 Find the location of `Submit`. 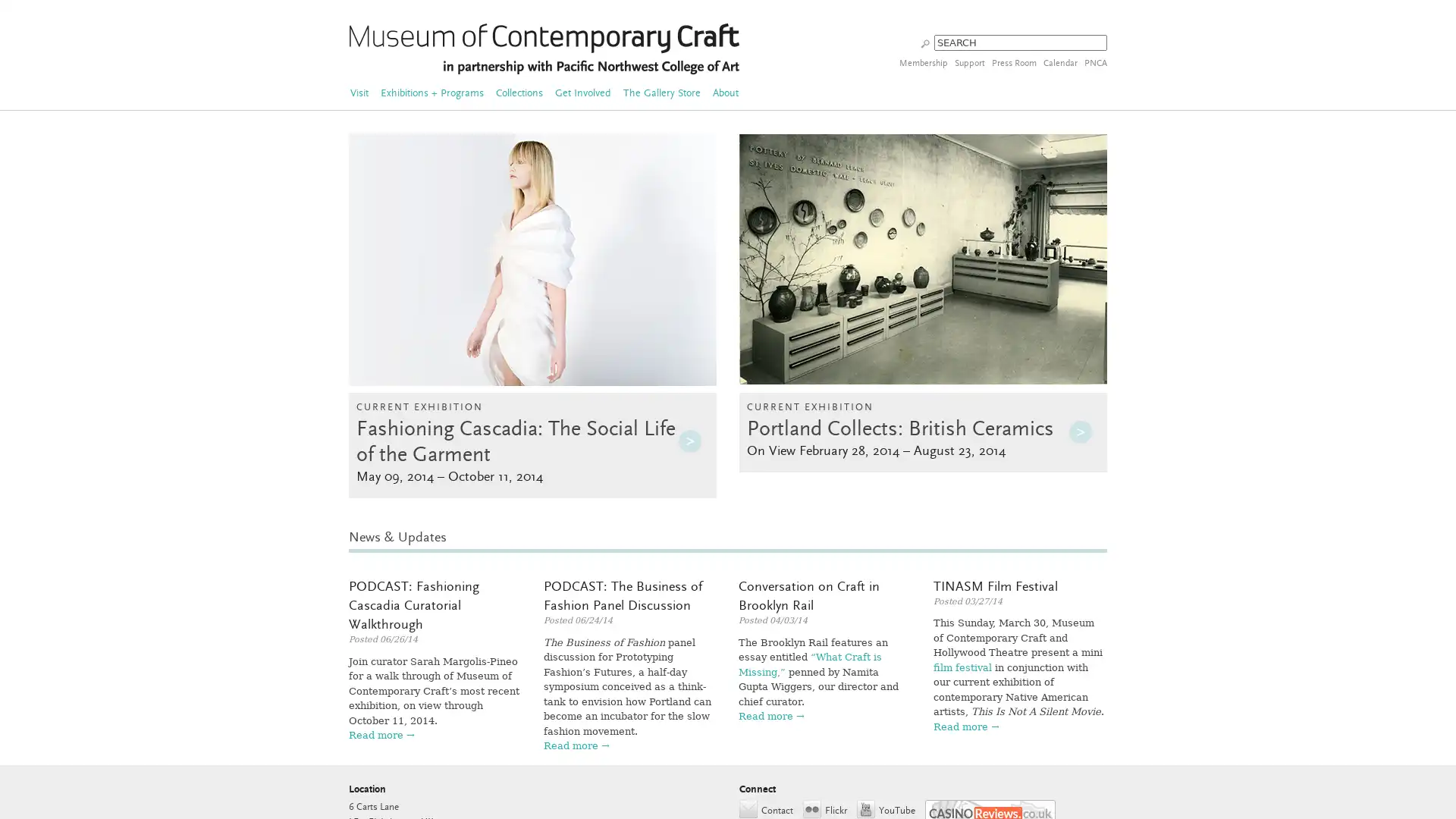

Submit is located at coordinates (924, 42).